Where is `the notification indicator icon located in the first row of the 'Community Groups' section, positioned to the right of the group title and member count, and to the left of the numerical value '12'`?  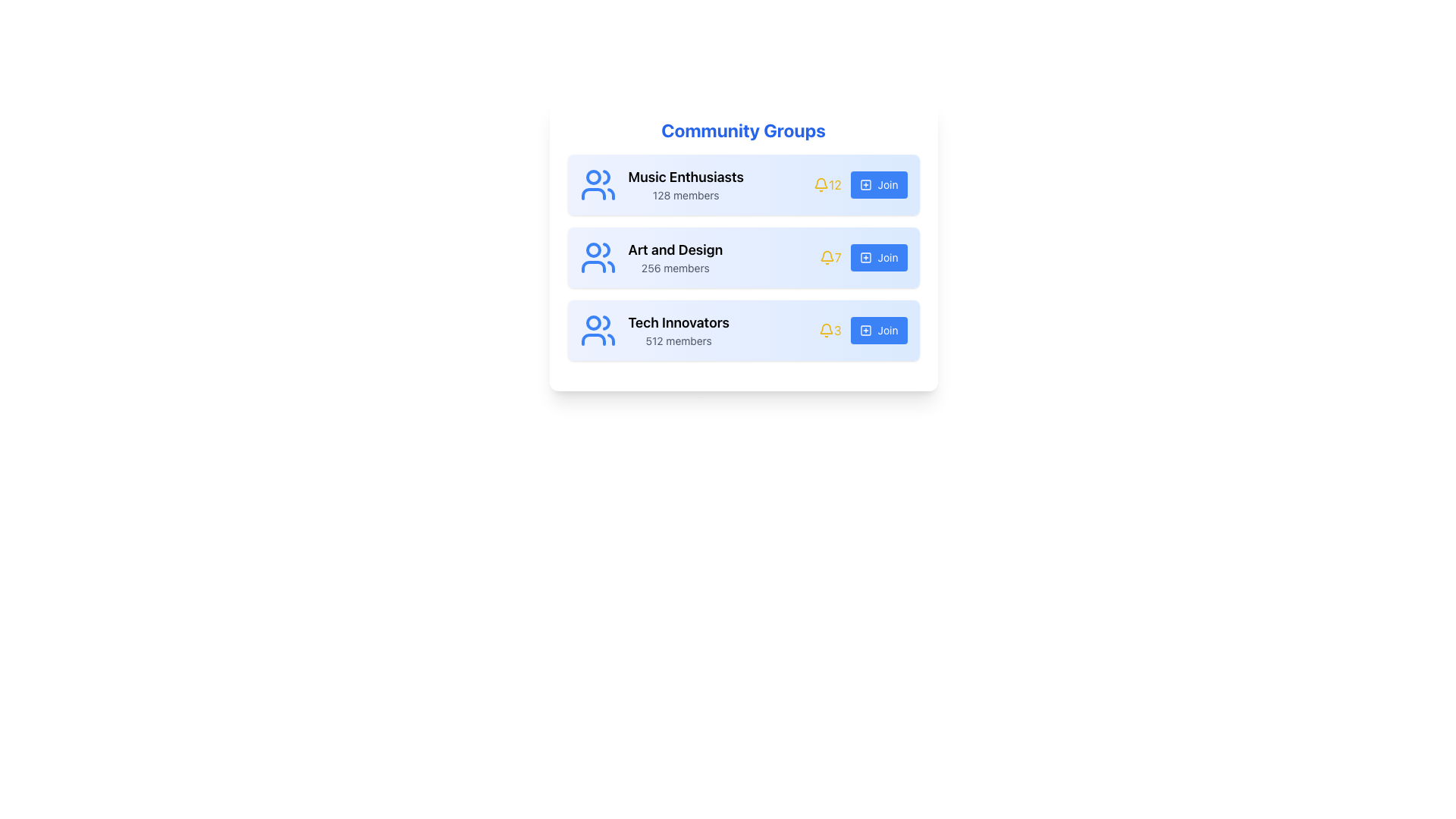 the notification indicator icon located in the first row of the 'Community Groups' section, positioned to the right of the group title and member count, and to the left of the numerical value '12' is located at coordinates (821, 184).